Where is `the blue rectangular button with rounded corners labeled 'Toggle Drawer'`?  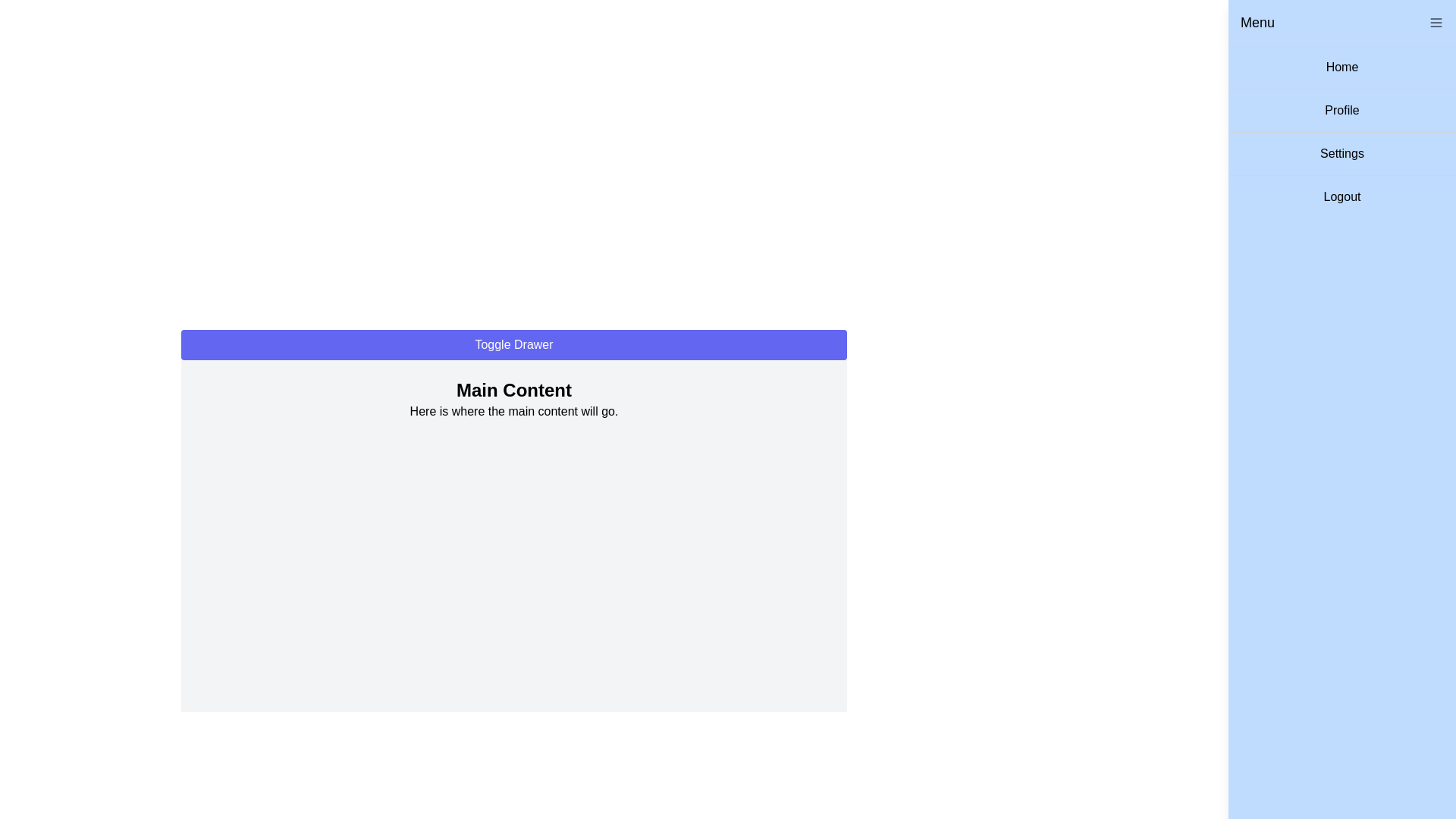
the blue rectangular button with rounded corners labeled 'Toggle Drawer' is located at coordinates (513, 345).